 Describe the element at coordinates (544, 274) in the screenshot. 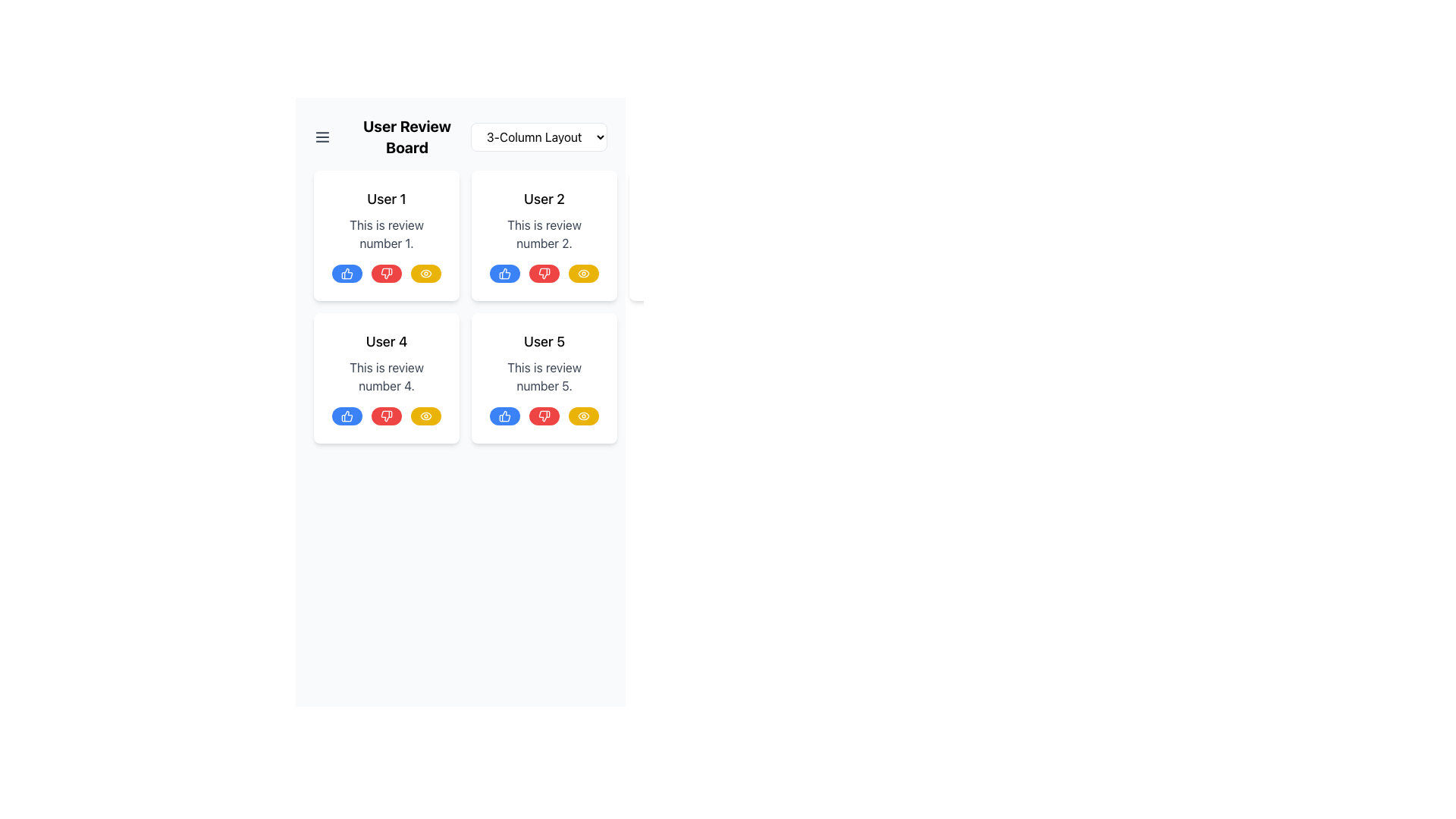

I see `the circular red thumbs-down button located in the bottom-right section of the card labeled 'User 2 This is review number 2.'` at that location.